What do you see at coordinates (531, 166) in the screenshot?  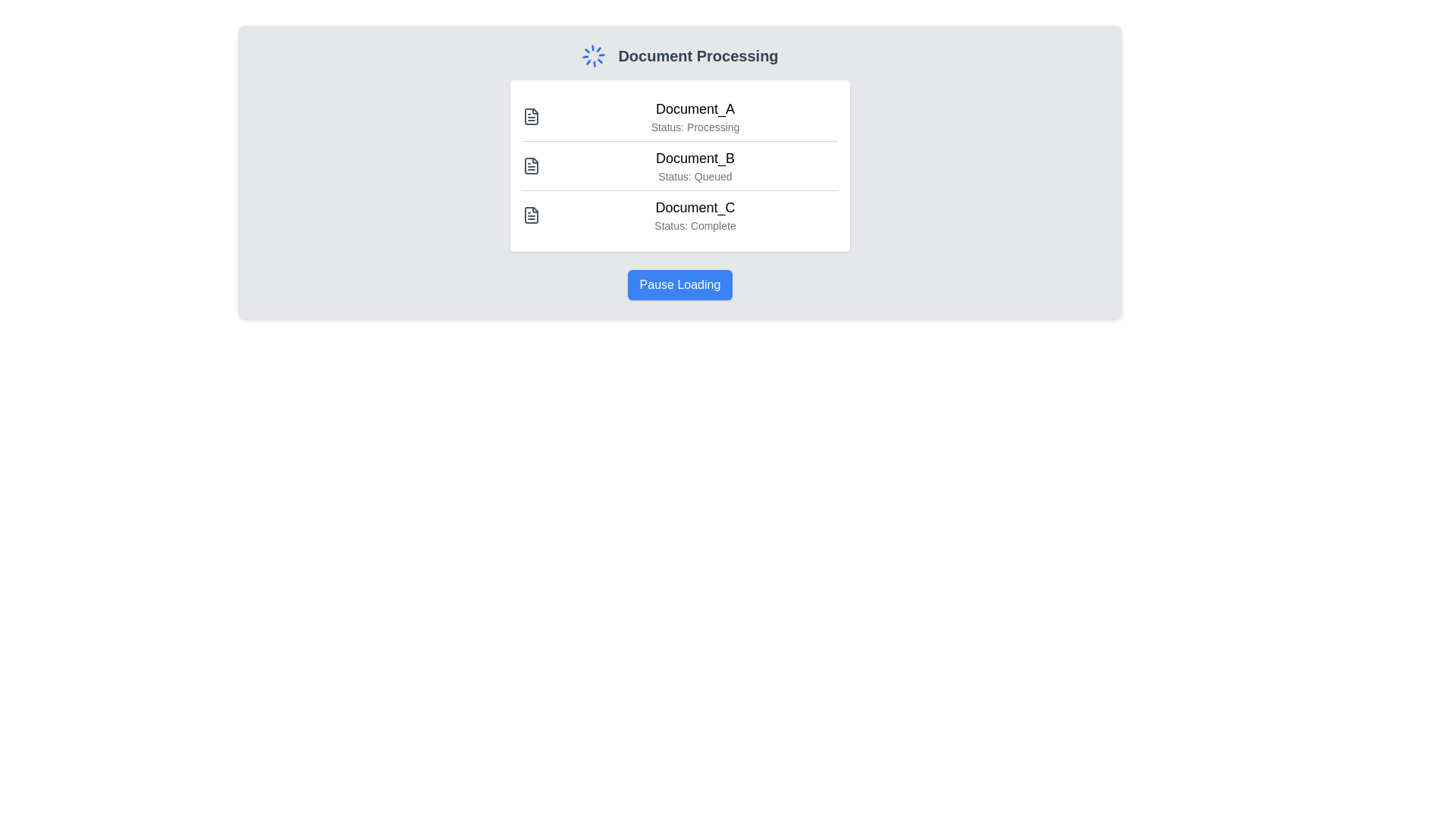 I see `the document icon representing 'Document B', located at the leftmost side of the entry labeled 'Document B'` at bounding box center [531, 166].